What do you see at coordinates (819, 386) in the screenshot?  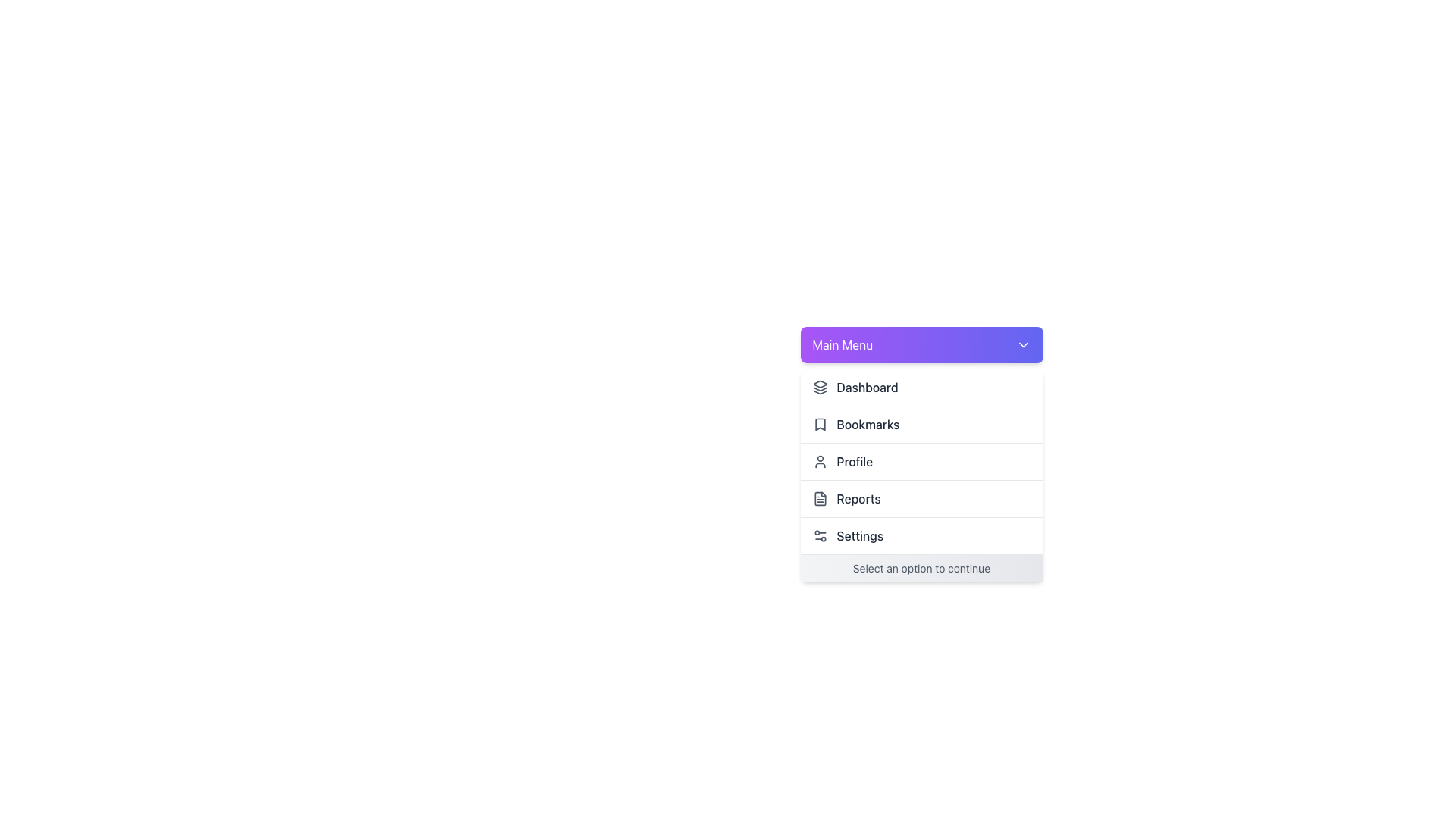 I see `the icon located to the left of the text 'Dashboard' in the 'Main Menu' vertical menu interface, which consists of three stacked gray shapes` at bounding box center [819, 386].